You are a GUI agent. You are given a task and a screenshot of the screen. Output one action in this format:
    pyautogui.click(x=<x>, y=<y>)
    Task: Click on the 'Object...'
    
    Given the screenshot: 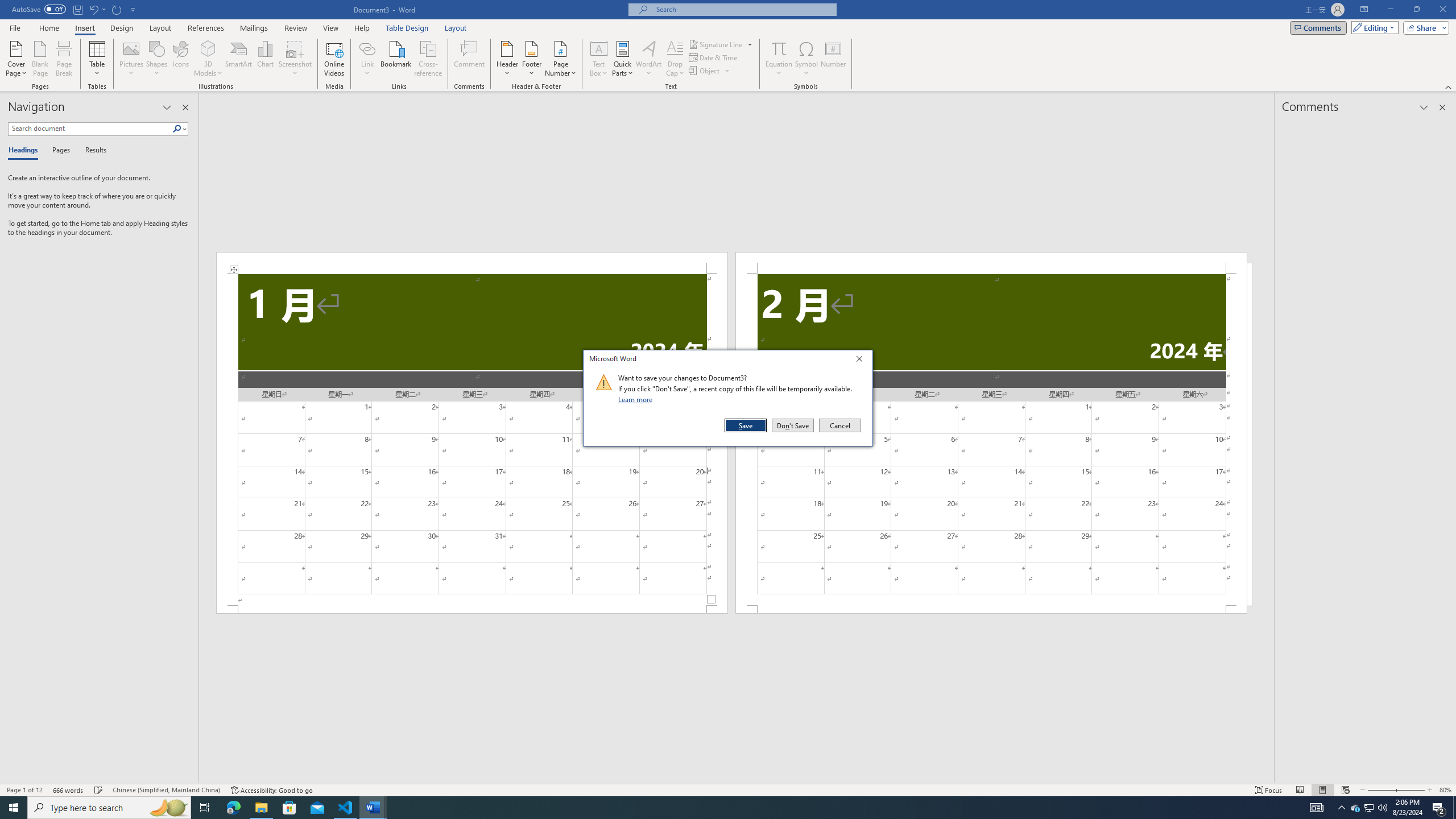 What is the action you would take?
    pyautogui.click(x=709, y=69)
    